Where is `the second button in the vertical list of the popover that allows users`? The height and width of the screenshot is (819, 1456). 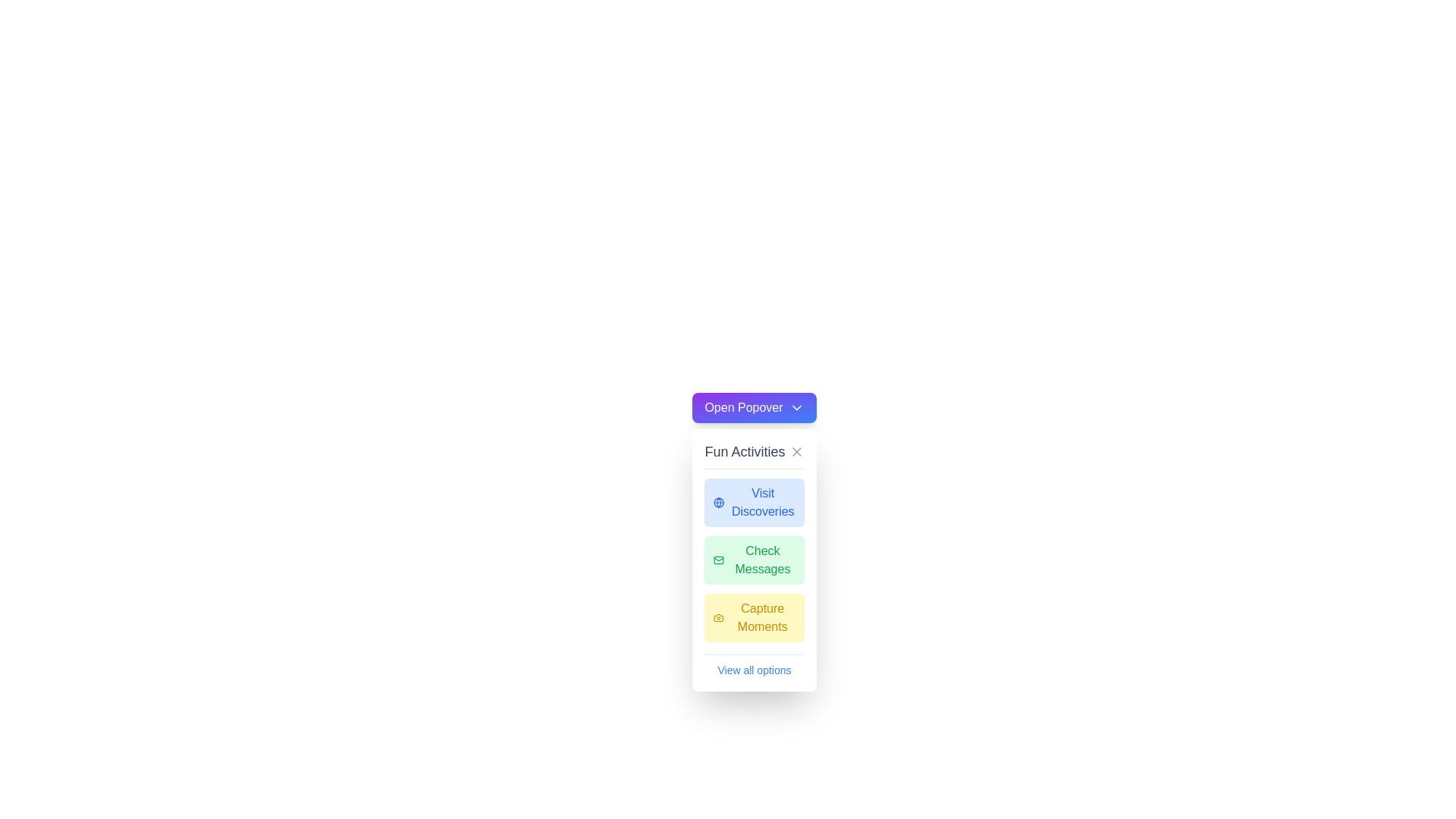
the second button in the vertical list of the popover that allows users is located at coordinates (754, 560).